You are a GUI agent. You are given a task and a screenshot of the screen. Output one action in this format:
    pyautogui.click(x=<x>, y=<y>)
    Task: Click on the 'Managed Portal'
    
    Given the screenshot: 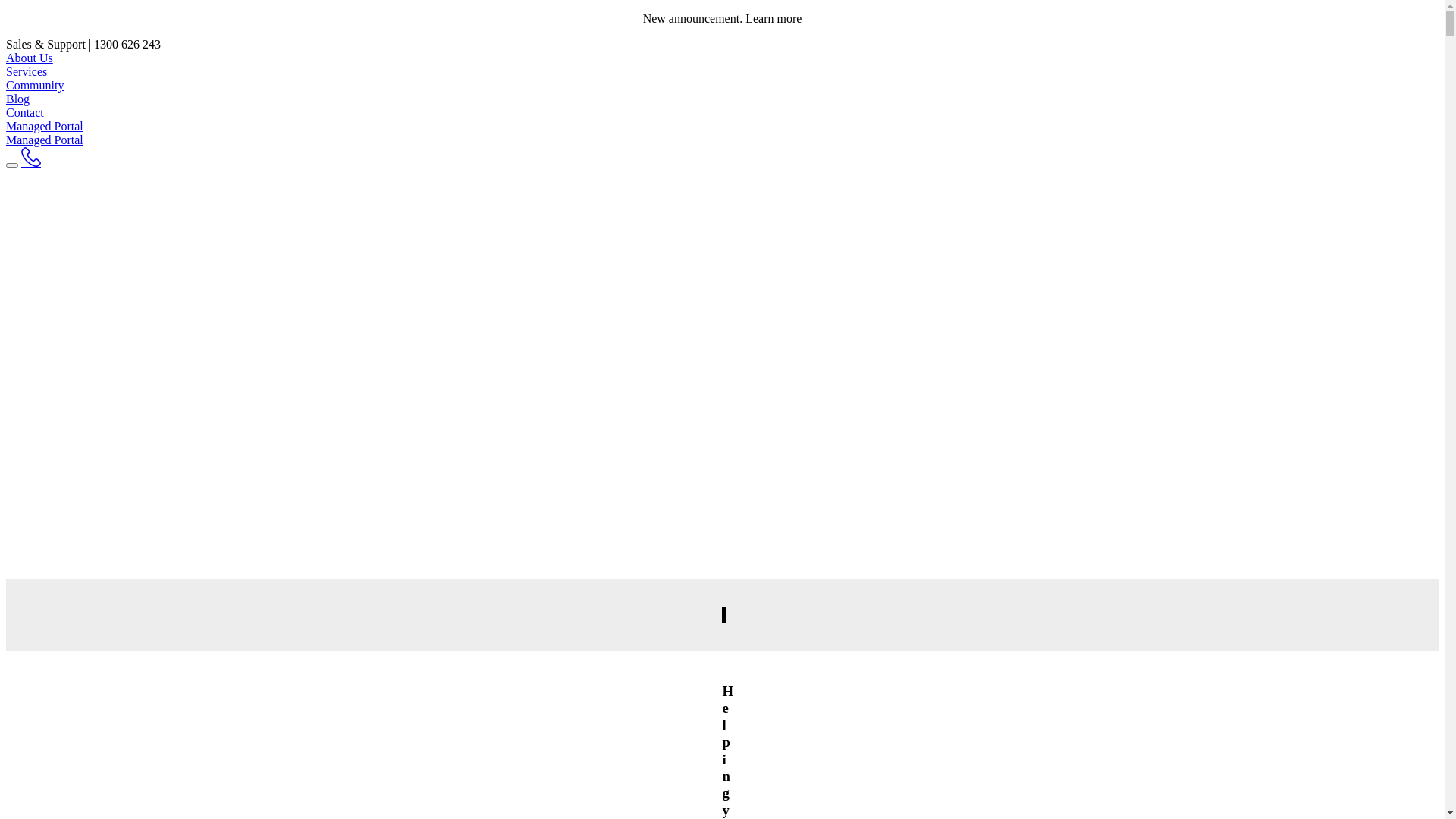 What is the action you would take?
    pyautogui.click(x=6, y=140)
    